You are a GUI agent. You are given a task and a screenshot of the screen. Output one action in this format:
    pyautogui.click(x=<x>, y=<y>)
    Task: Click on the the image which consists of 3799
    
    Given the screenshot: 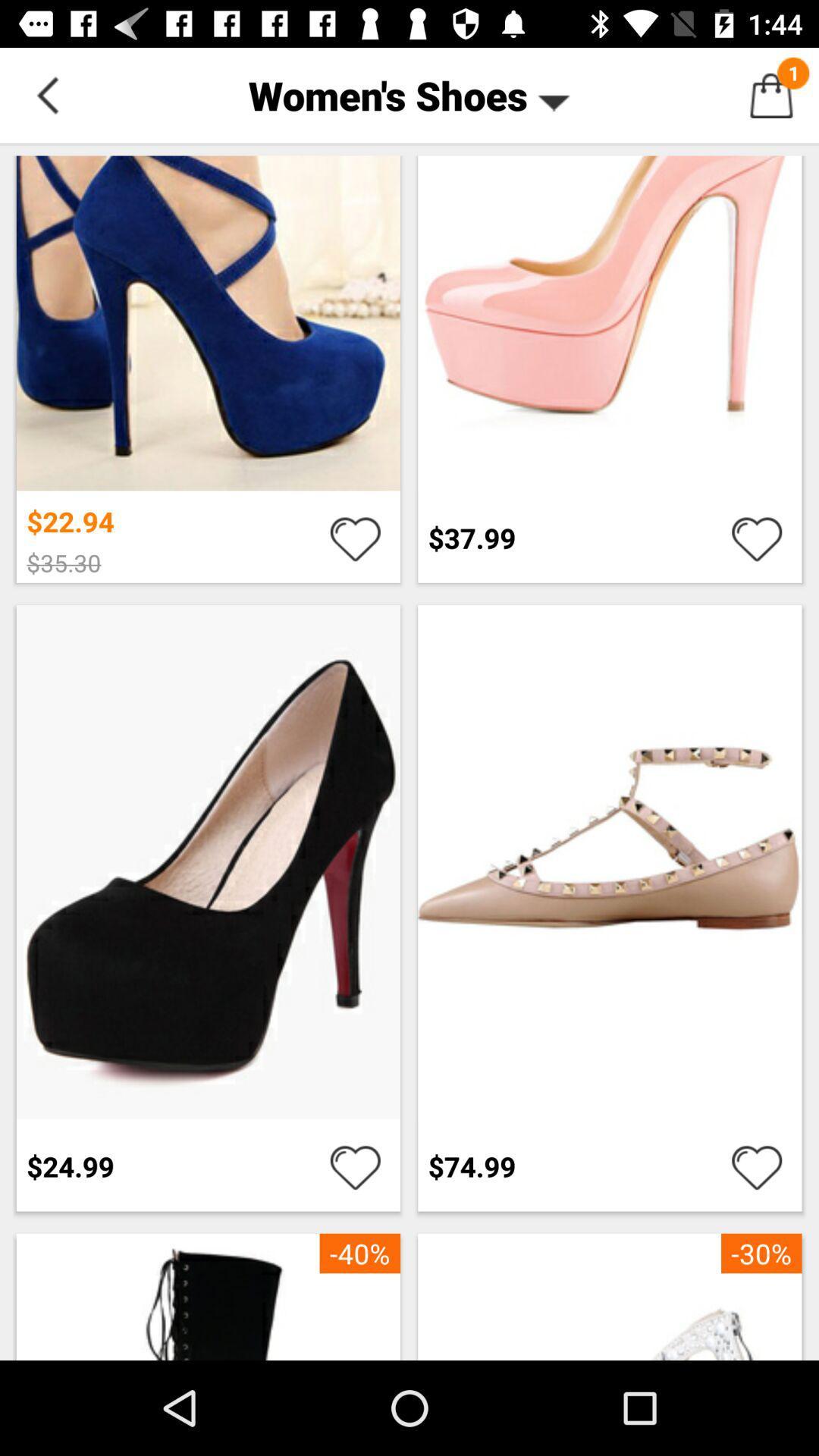 What is the action you would take?
    pyautogui.click(x=609, y=367)
    